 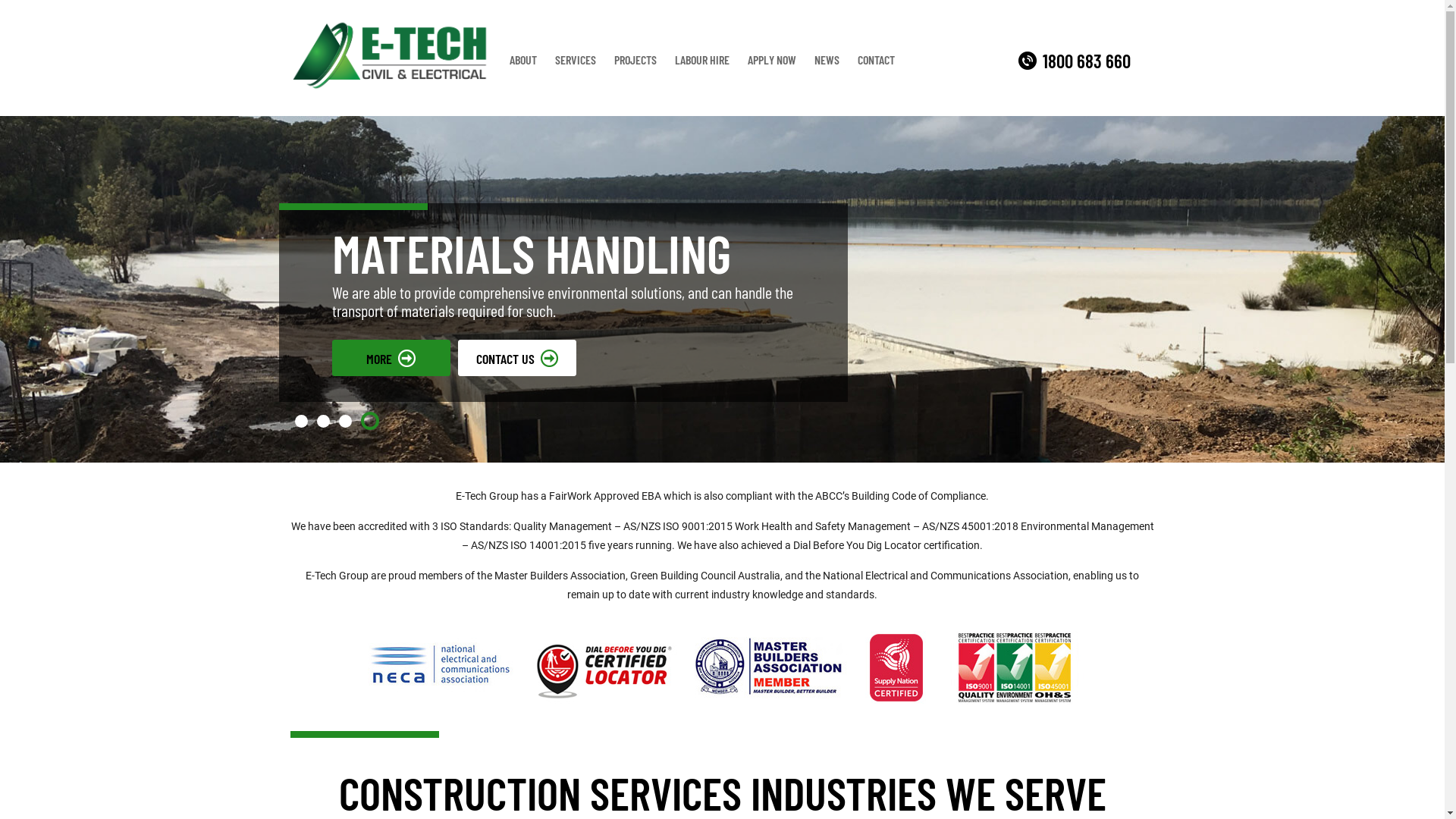 What do you see at coordinates (516, 357) in the screenshot?
I see `'CONTACT US'` at bounding box center [516, 357].